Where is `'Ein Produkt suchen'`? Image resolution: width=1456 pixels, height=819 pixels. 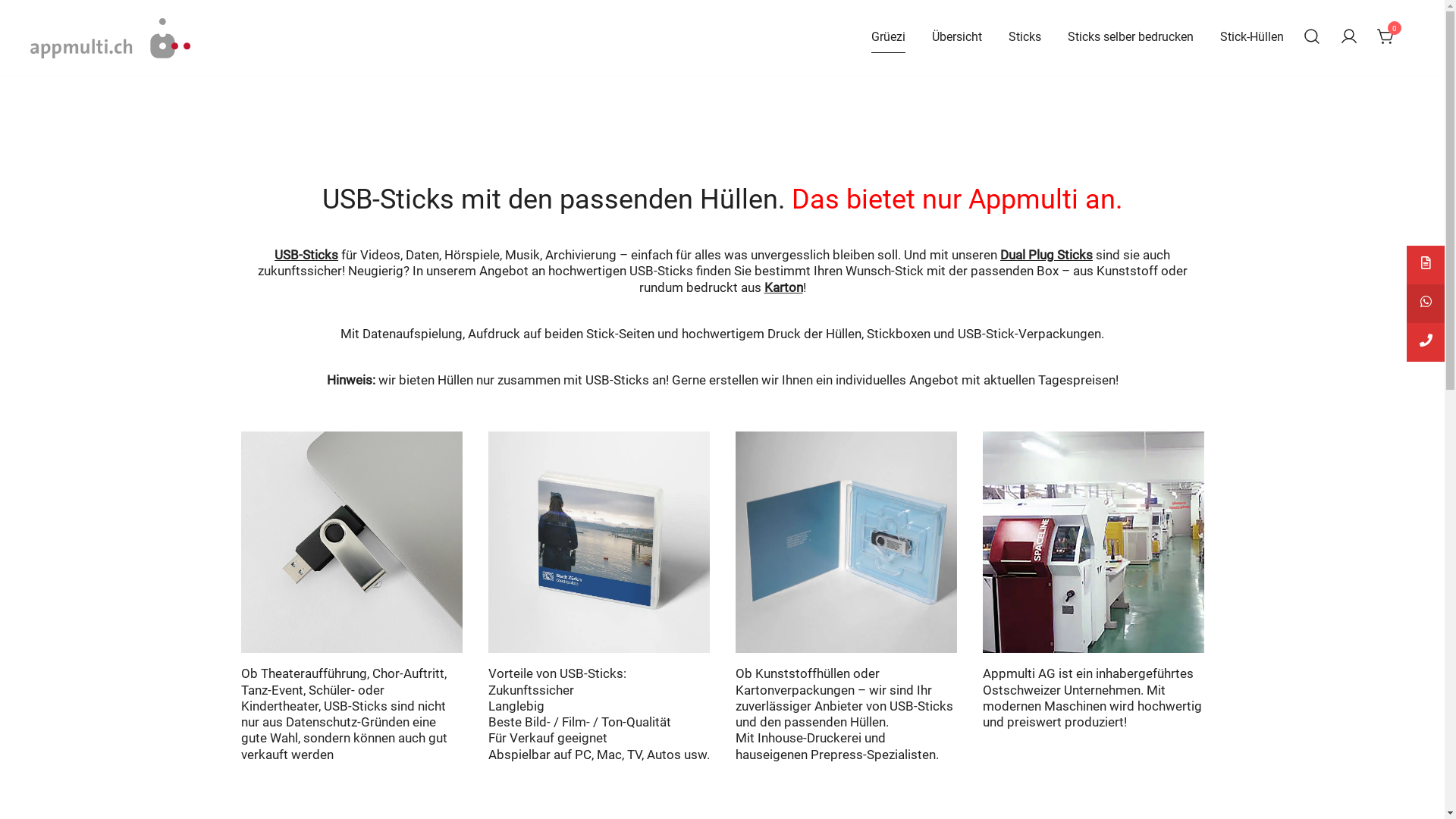 'Ein Produkt suchen' is located at coordinates (1310, 36).